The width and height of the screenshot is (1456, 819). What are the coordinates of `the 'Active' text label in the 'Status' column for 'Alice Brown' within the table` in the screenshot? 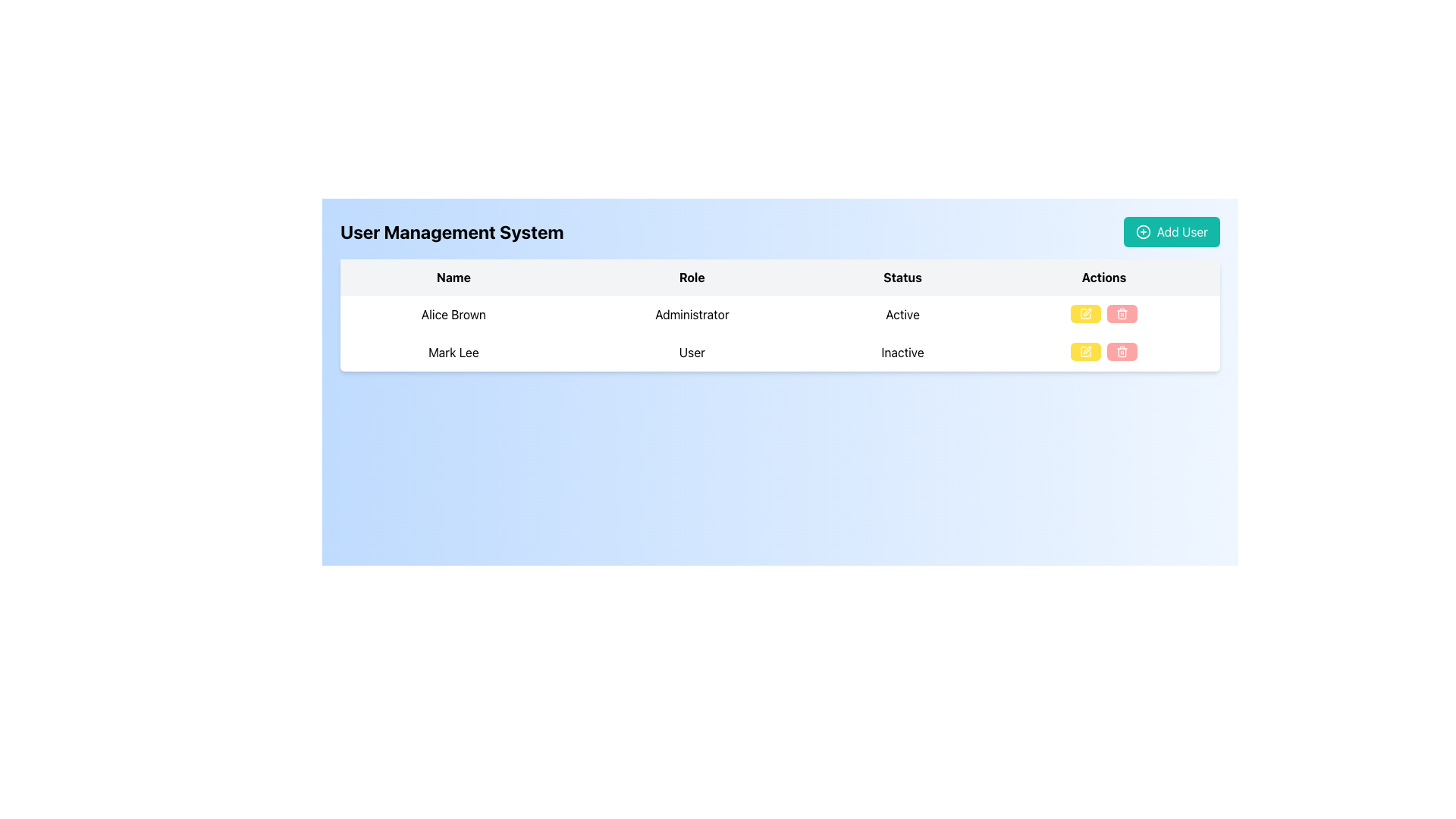 It's located at (902, 314).